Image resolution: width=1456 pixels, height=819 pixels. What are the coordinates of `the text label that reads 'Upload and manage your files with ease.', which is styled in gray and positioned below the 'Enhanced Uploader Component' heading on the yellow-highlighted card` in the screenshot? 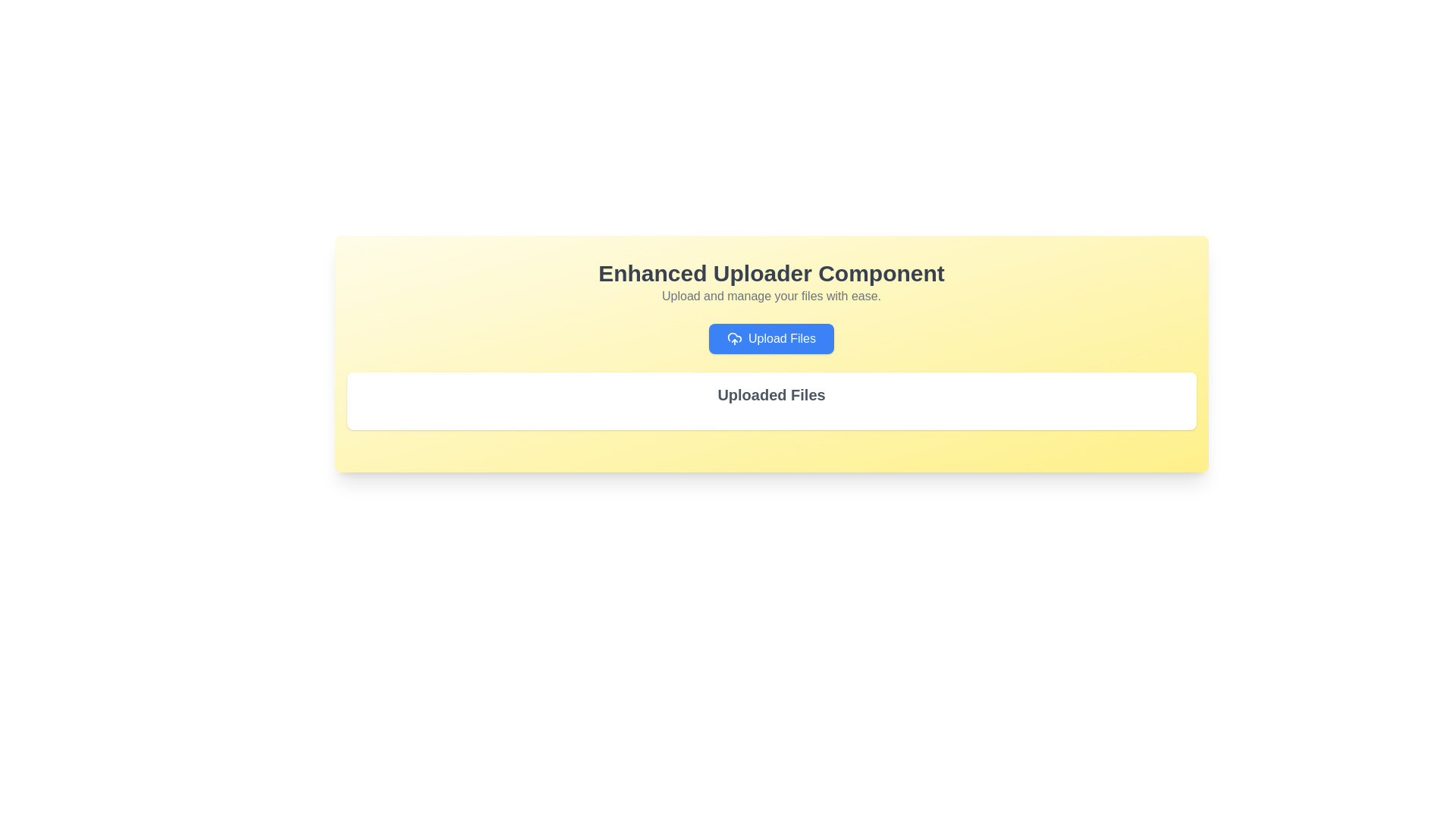 It's located at (771, 296).